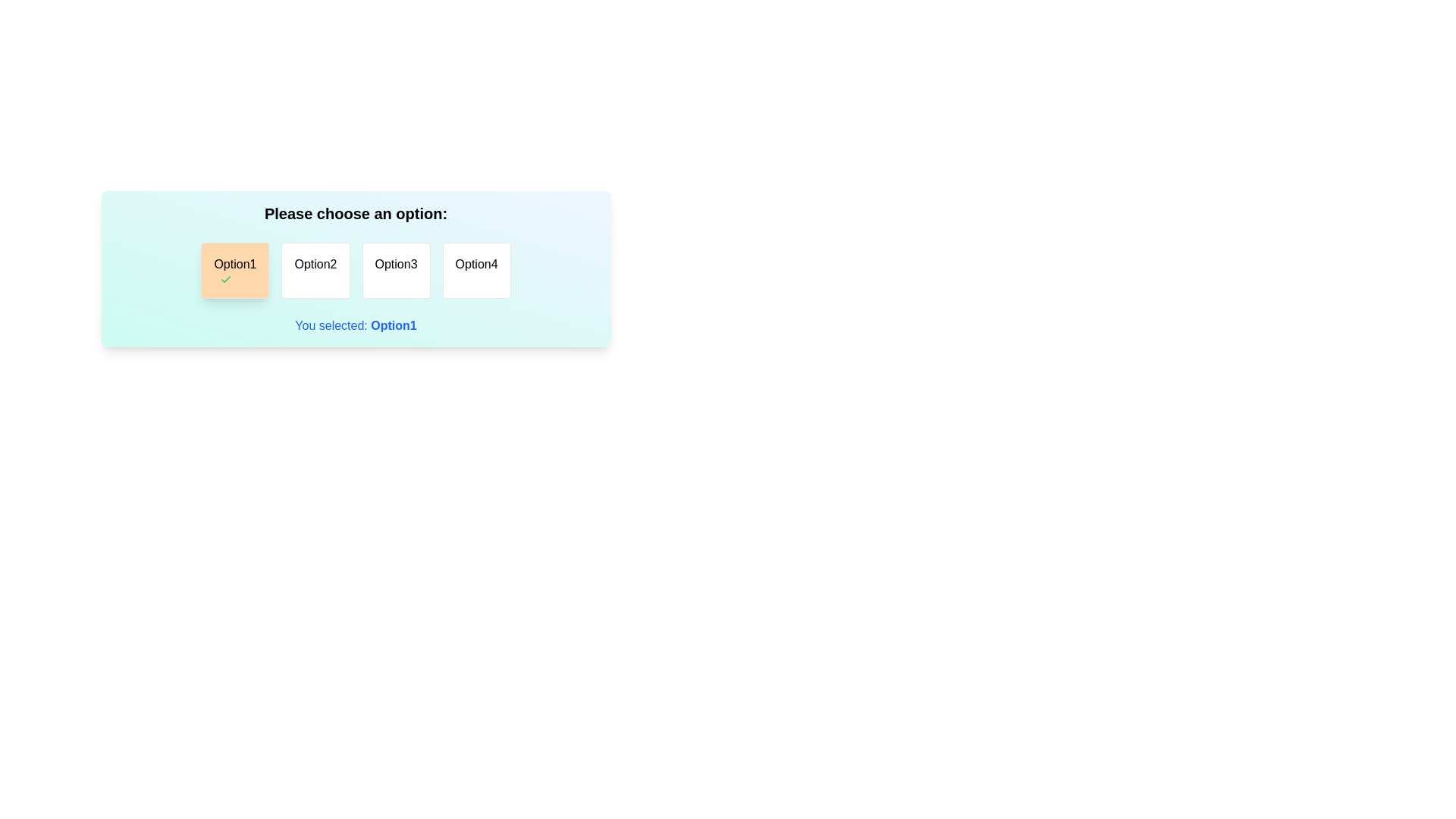 This screenshot has width=1456, height=819. Describe the element at coordinates (234, 270) in the screenshot. I see `the first selectable button or tile` at that location.